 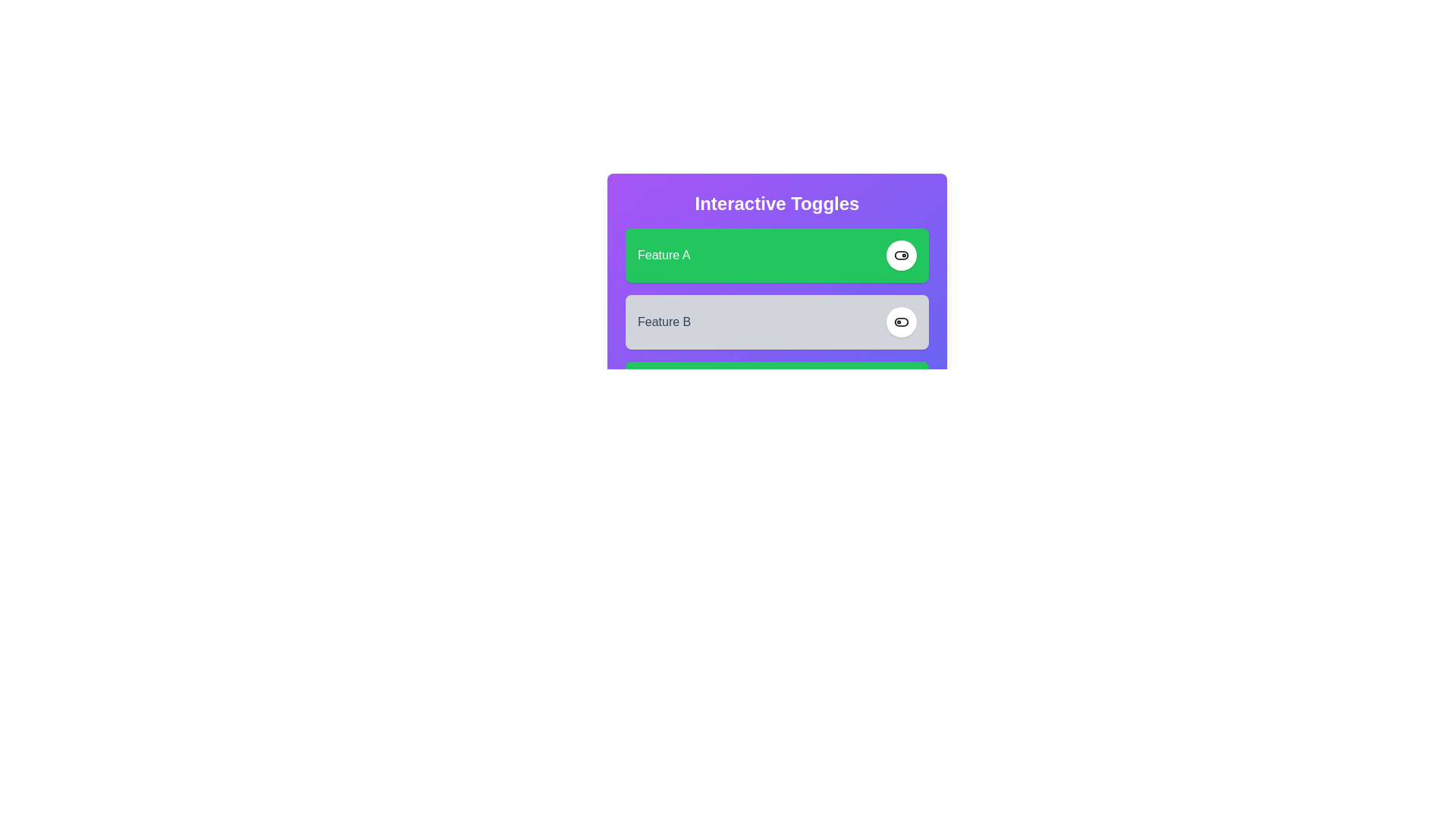 I want to click on the feature Feature B by clicking its associated toggle button, so click(x=902, y=321).